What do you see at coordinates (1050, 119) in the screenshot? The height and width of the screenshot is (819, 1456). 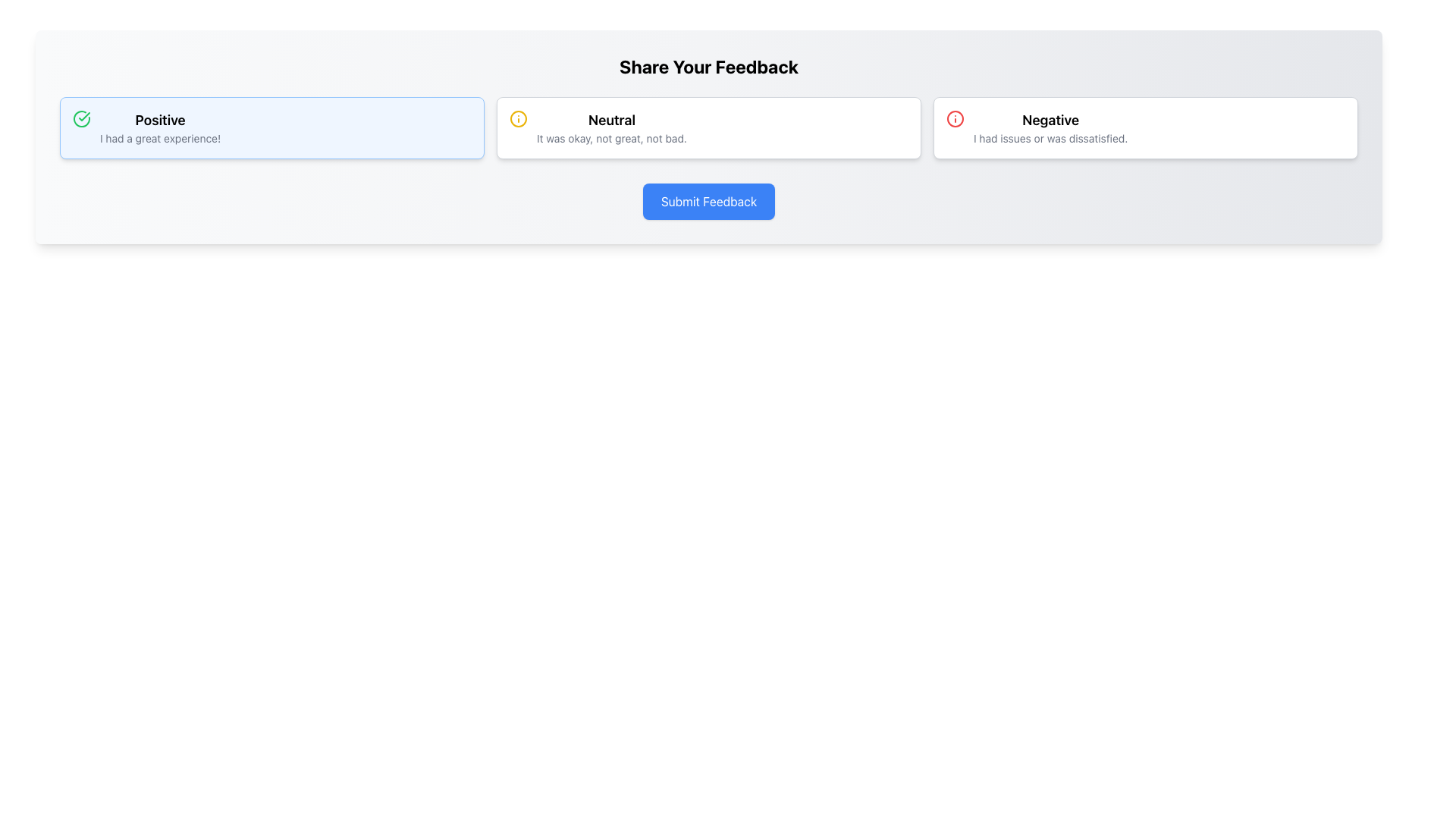 I see `the 'Negative' feedback text label, which indicates dissatisfaction and is located on the far right among three feedback options` at bounding box center [1050, 119].